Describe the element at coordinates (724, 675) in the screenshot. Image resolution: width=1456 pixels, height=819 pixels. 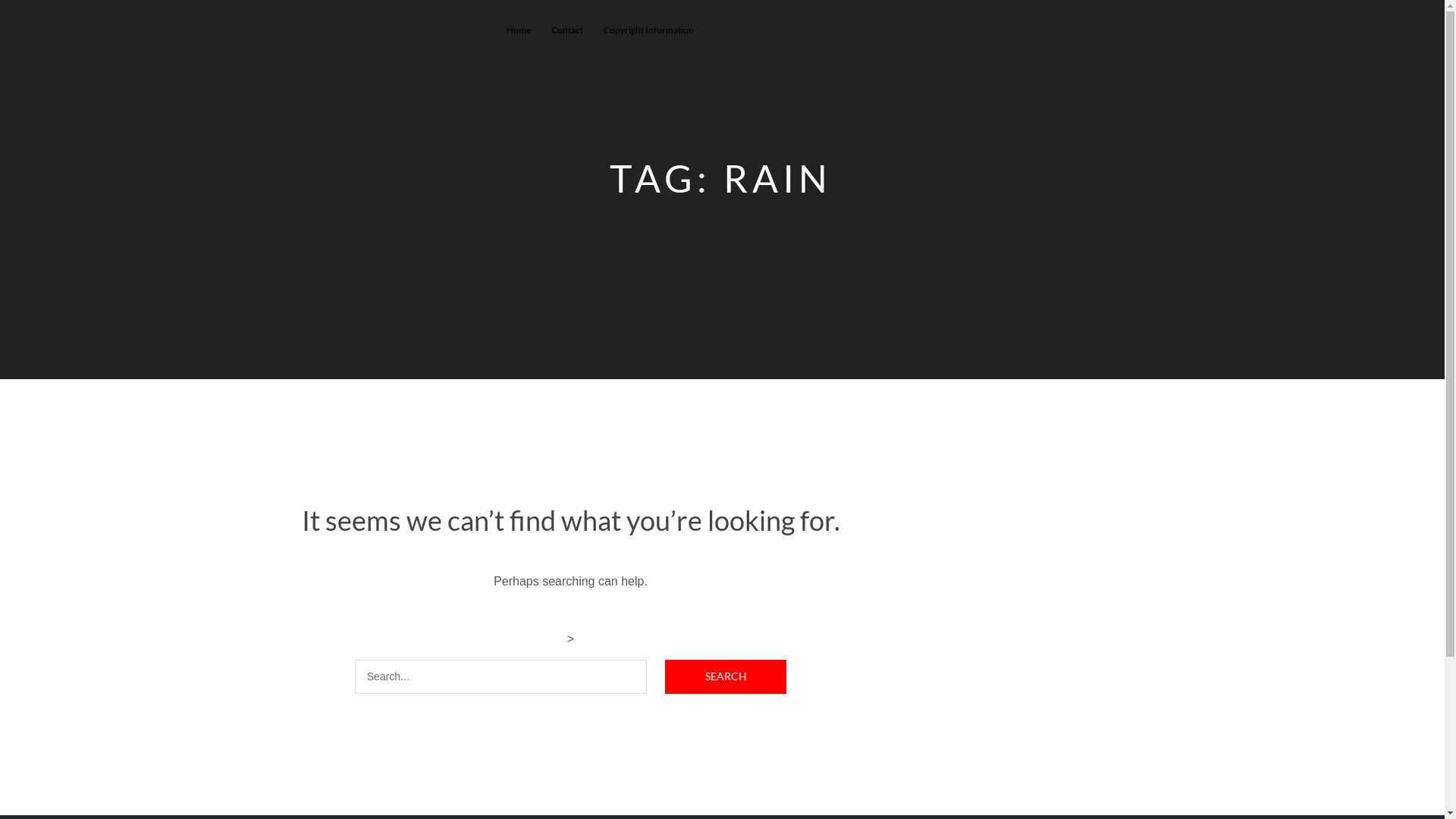
I see `'SEARCH'` at that location.